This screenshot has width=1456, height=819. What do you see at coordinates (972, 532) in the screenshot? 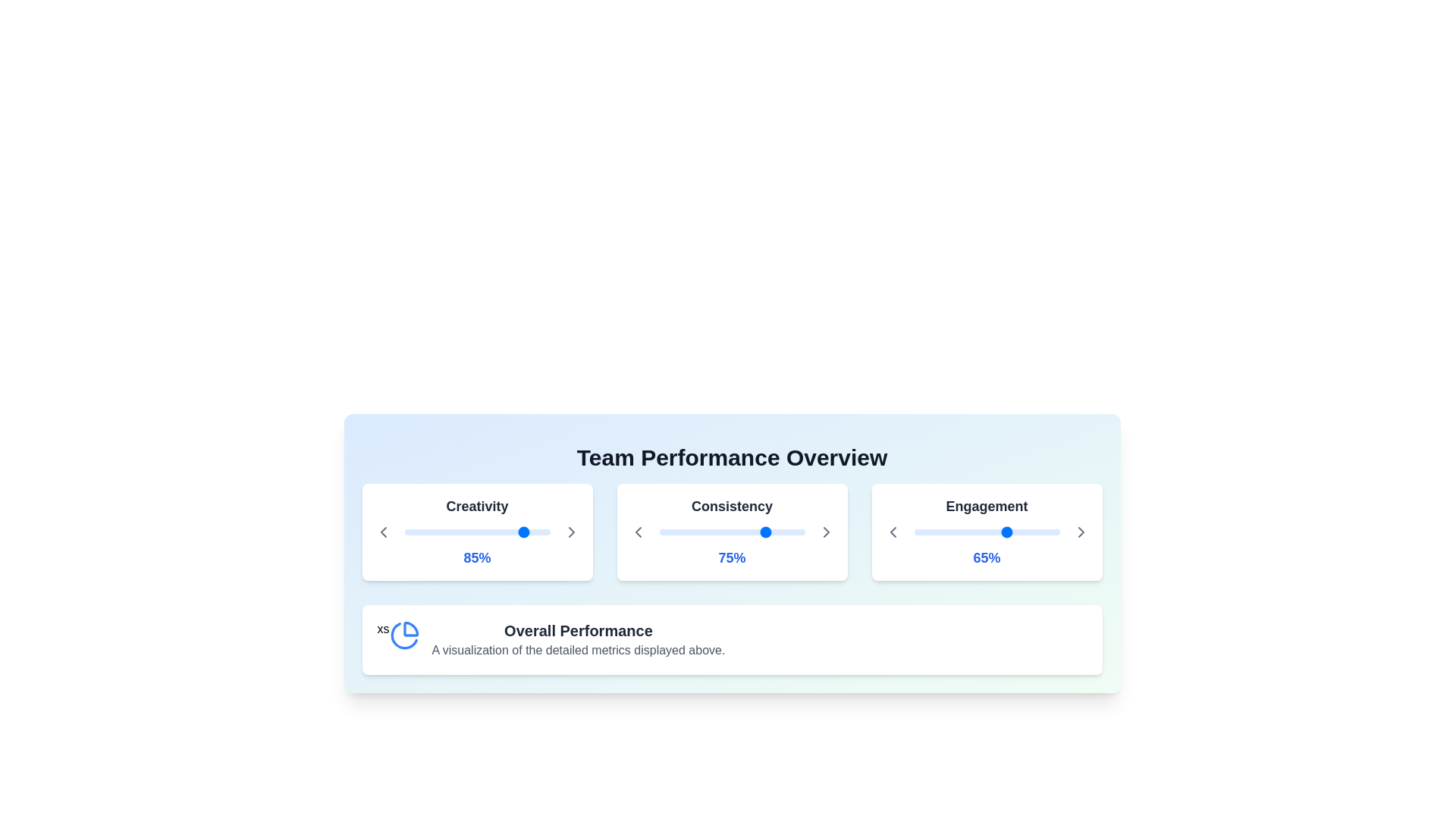
I see `the Engagement slider` at bounding box center [972, 532].